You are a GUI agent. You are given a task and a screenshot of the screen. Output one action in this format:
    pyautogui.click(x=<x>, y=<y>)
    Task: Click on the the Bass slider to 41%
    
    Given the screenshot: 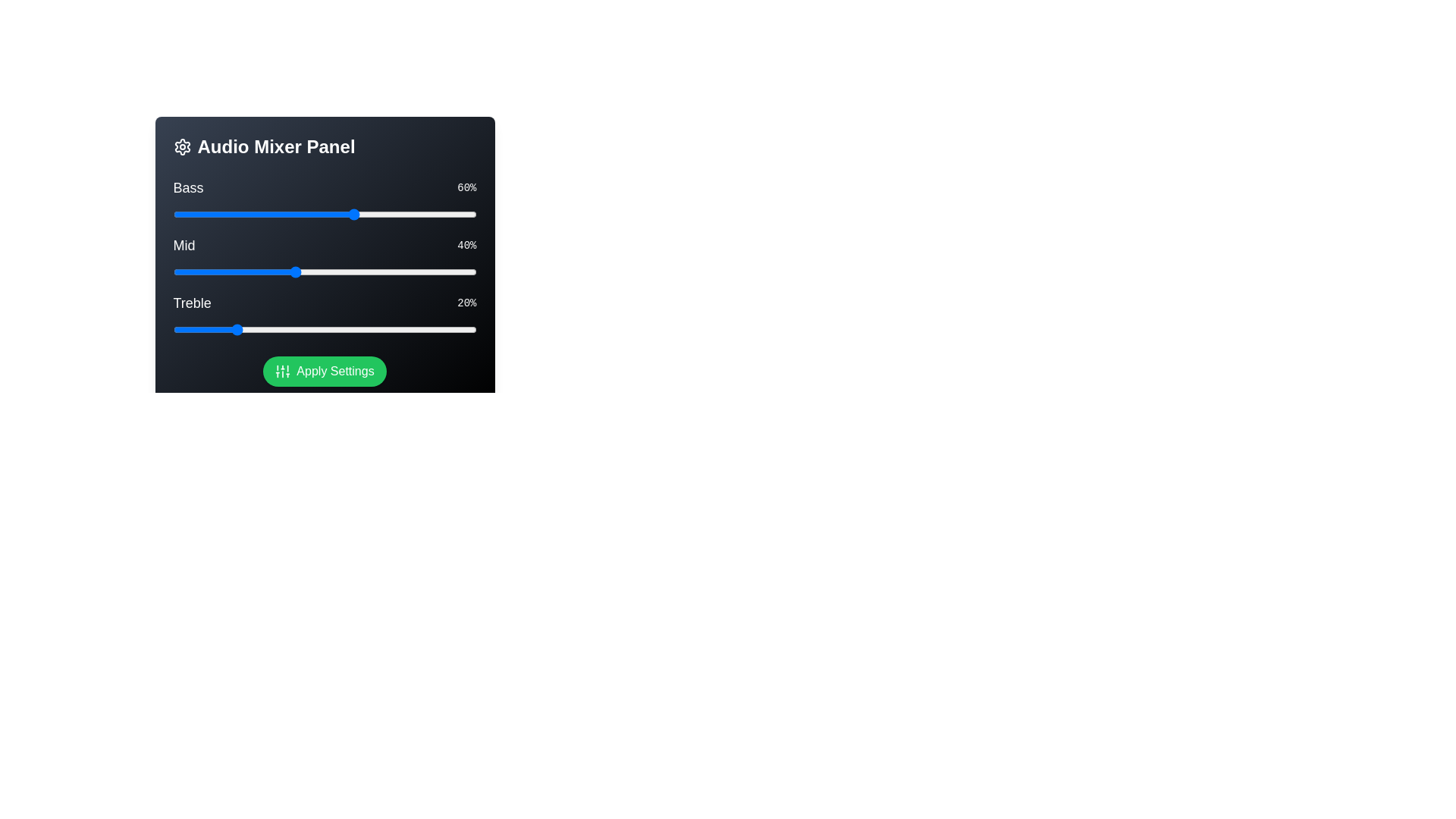 What is the action you would take?
    pyautogui.click(x=297, y=214)
    